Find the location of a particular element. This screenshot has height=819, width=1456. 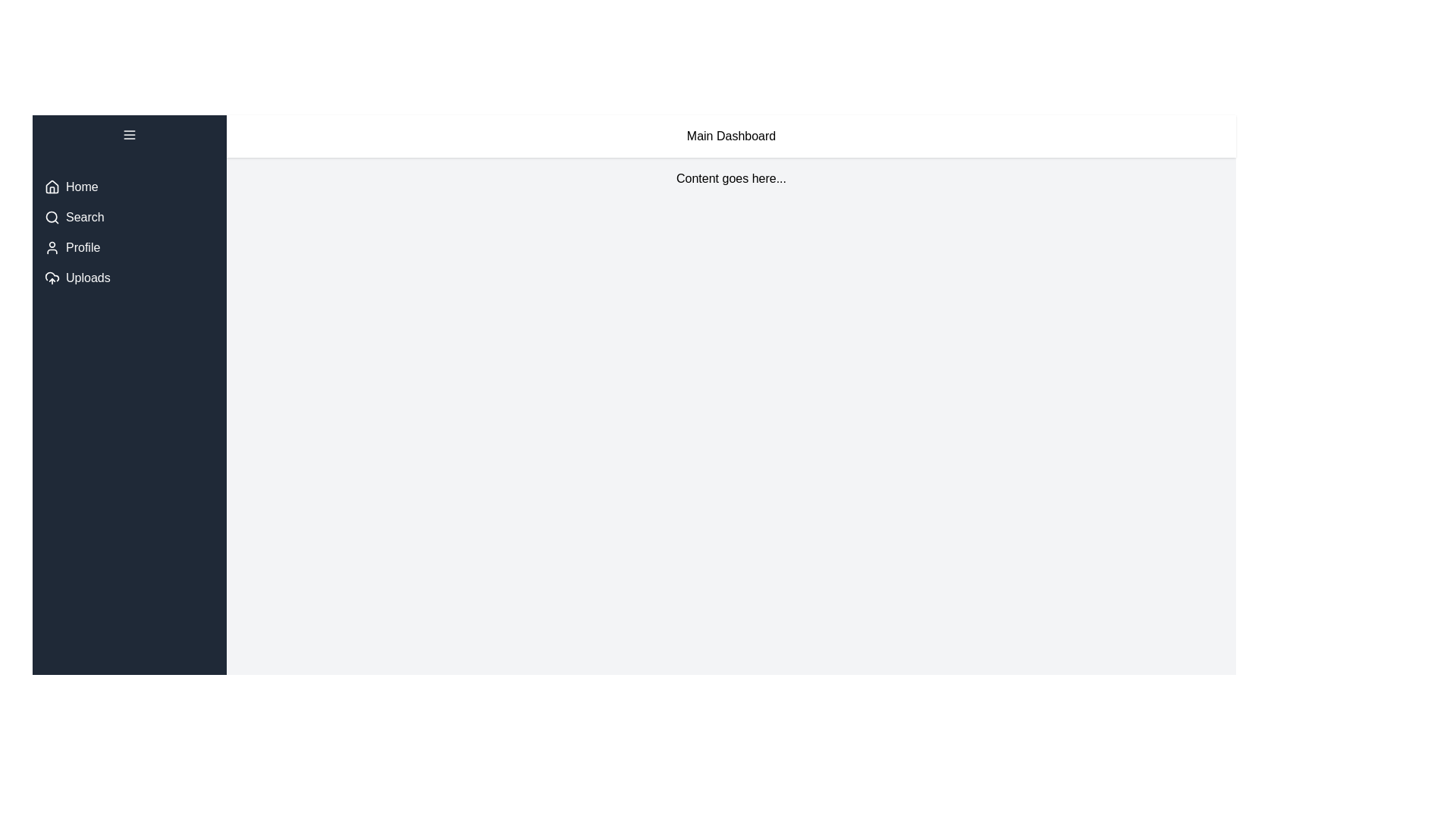

the styling of the search icon located in the vertical navigation menu to the left of the 'Search' label is located at coordinates (52, 217).